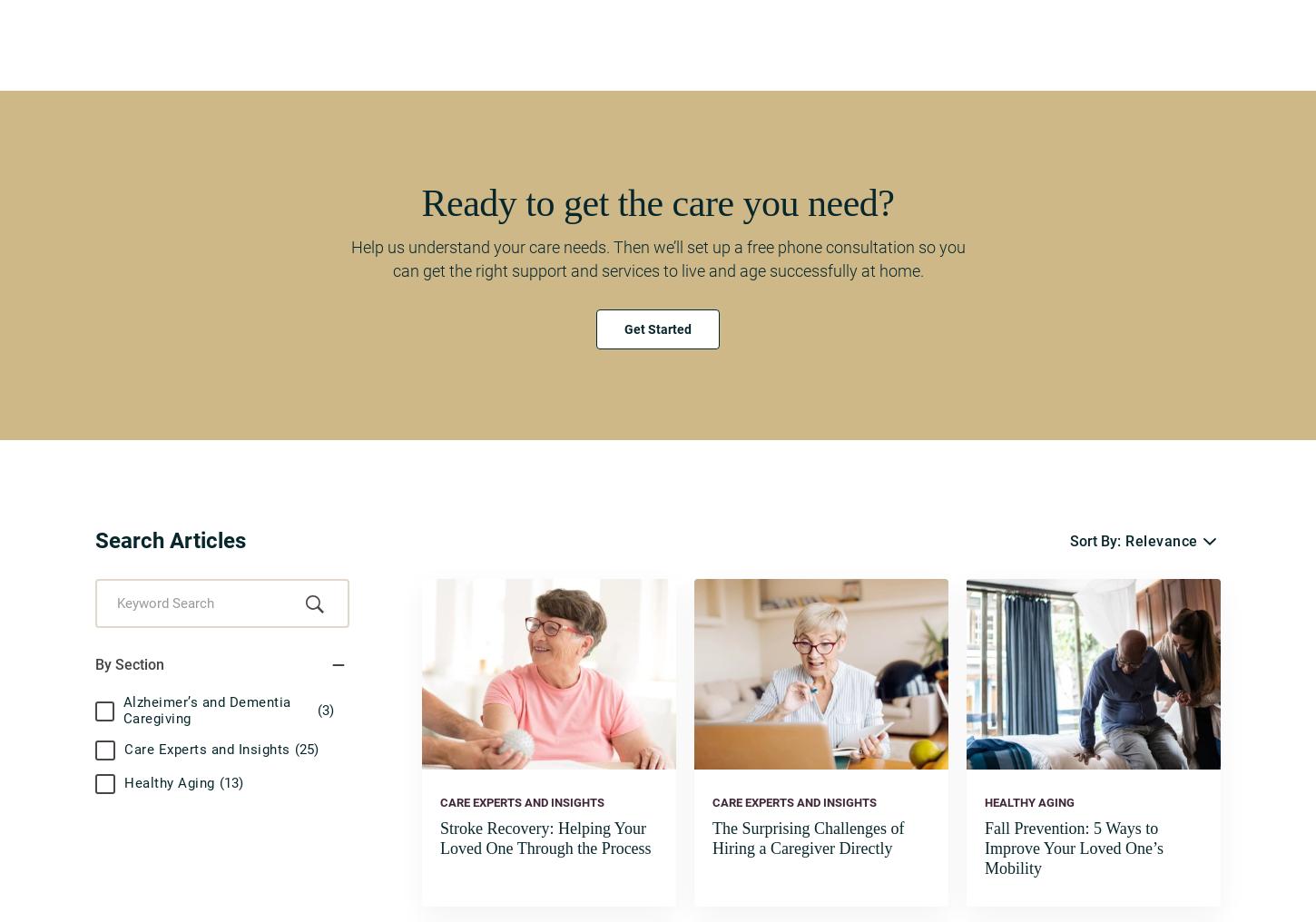 The height and width of the screenshot is (922, 1316). Describe the element at coordinates (349, 245) in the screenshot. I see `'Help us understand your care needs. Then we’ll set up a free phone consultation so you'` at that location.